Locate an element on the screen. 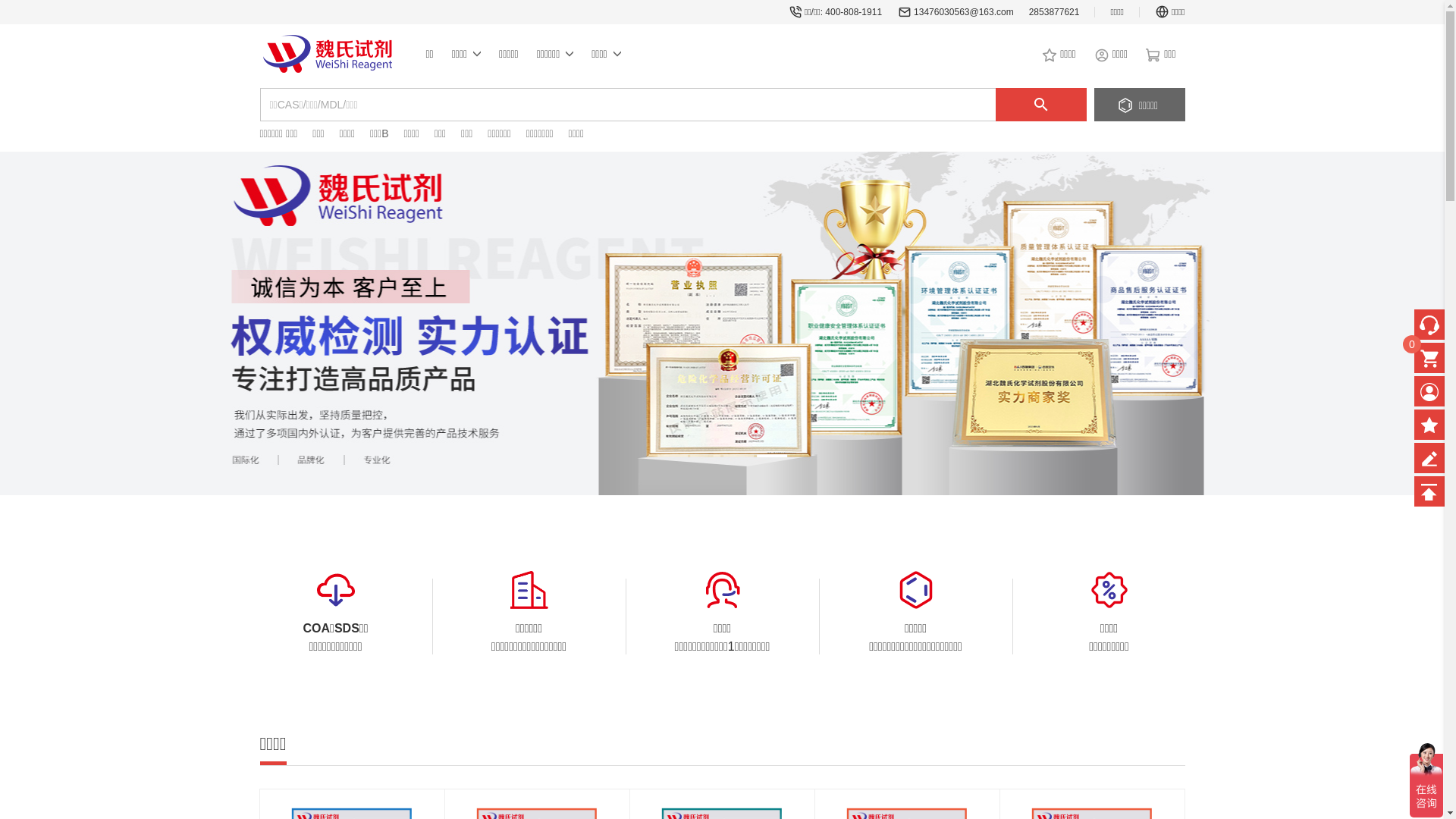 This screenshot has width=1456, height=819. '13476030563@163.com' is located at coordinates (963, 11).